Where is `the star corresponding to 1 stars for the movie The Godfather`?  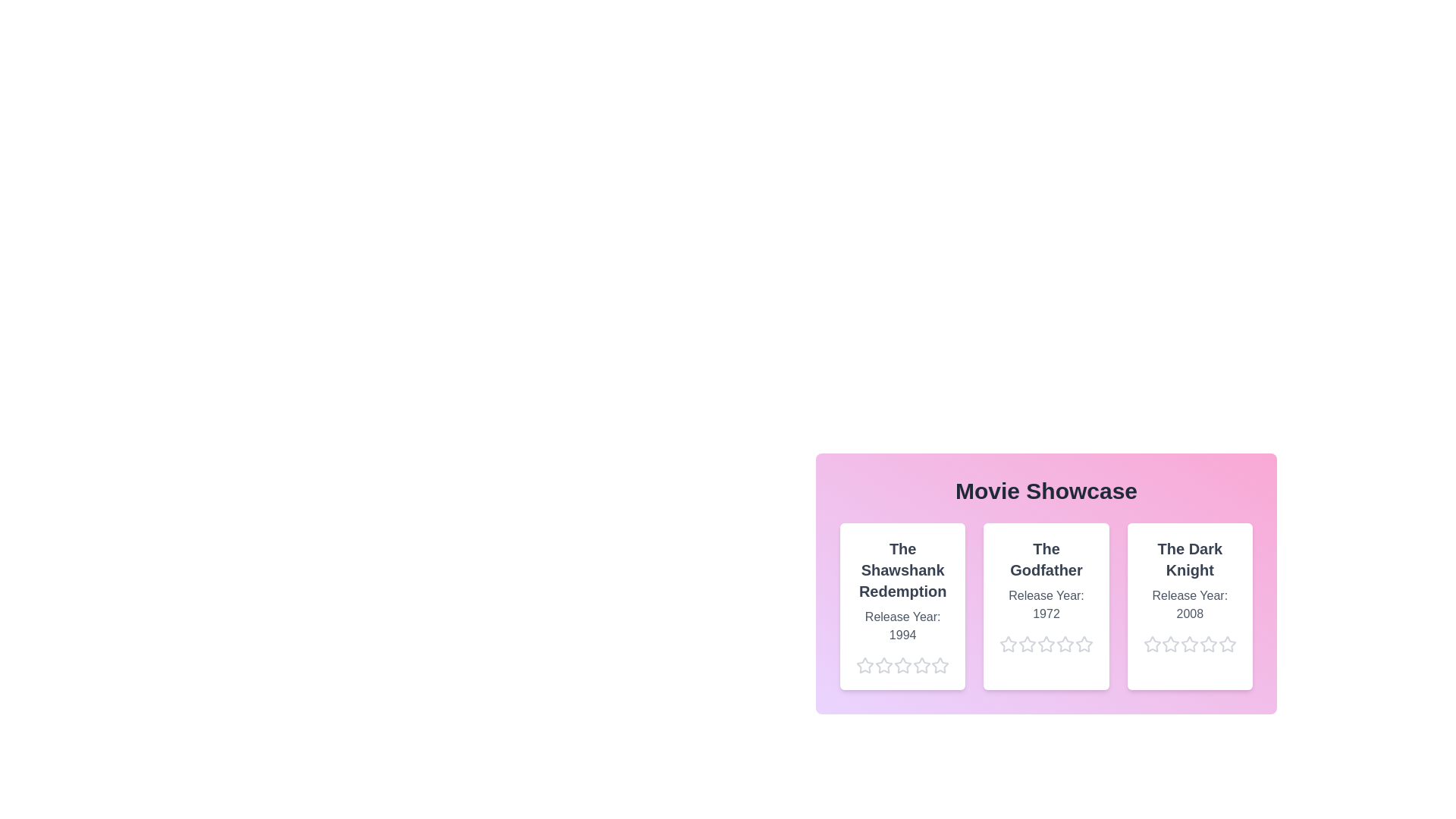
the star corresponding to 1 stars for the movie The Godfather is located at coordinates (999, 644).